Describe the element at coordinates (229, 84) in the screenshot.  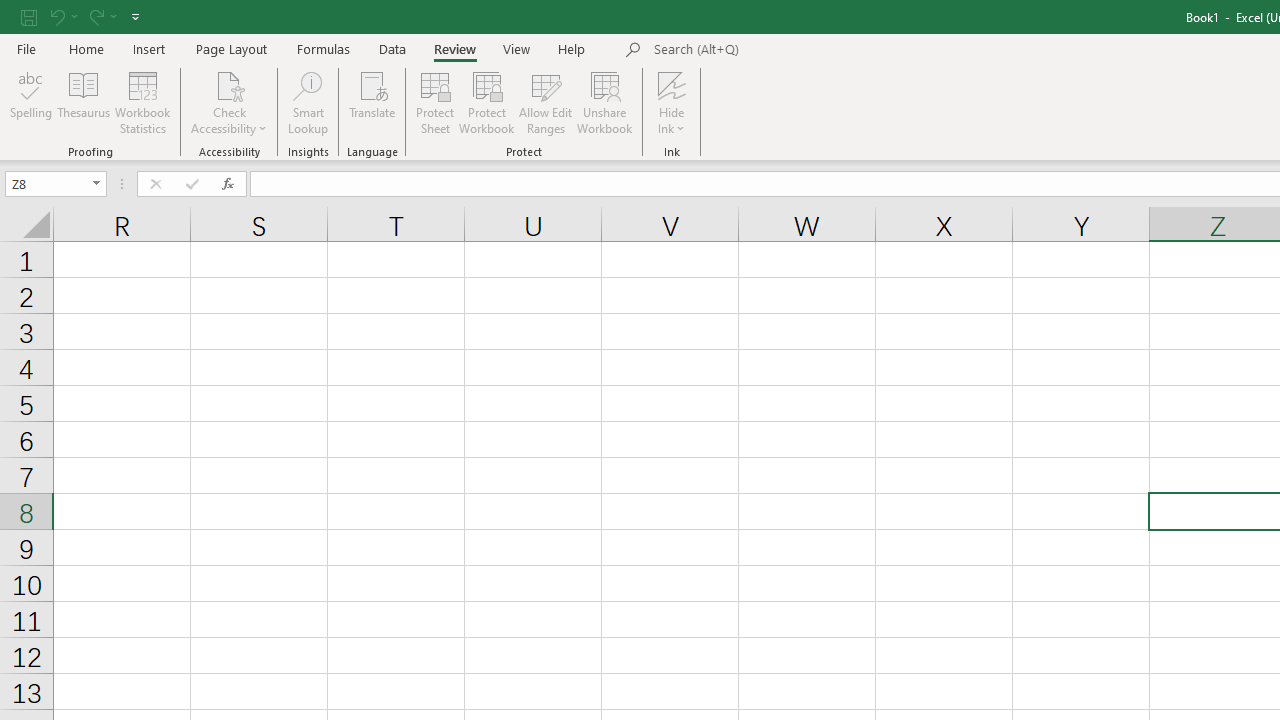
I see `'Check Accessibility'` at that location.